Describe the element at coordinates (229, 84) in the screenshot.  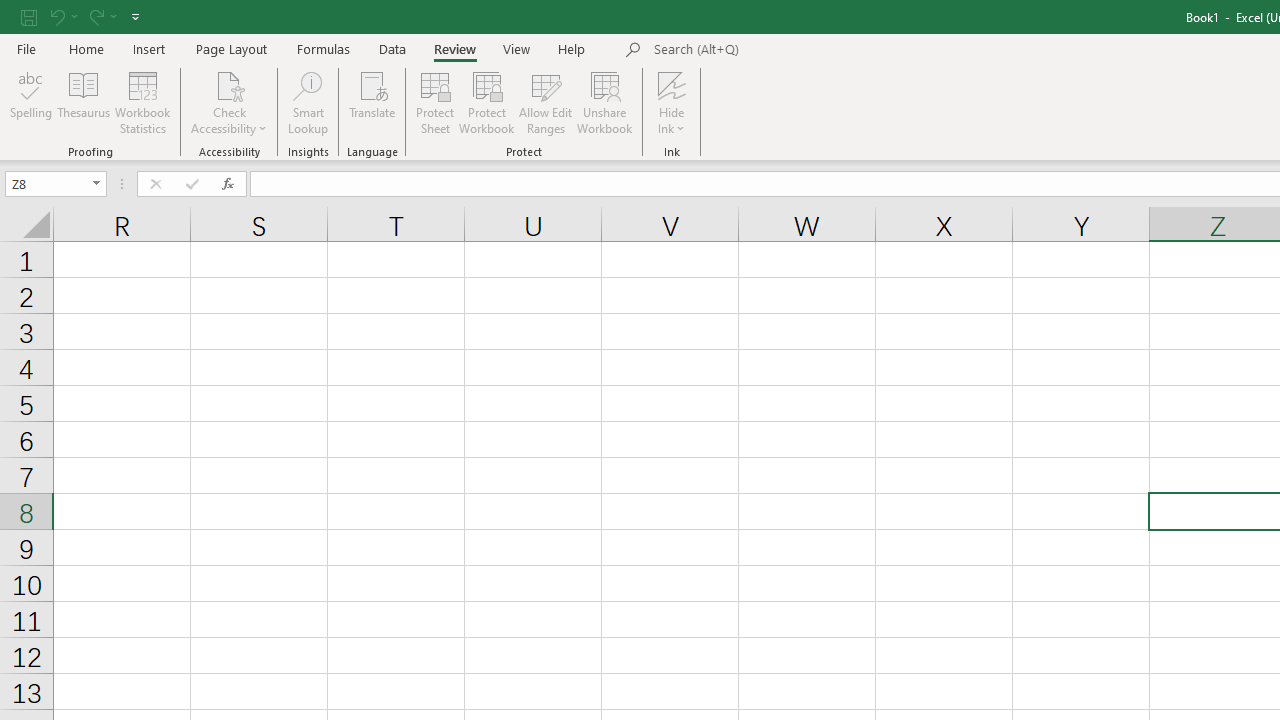
I see `'Check Accessibility'` at that location.